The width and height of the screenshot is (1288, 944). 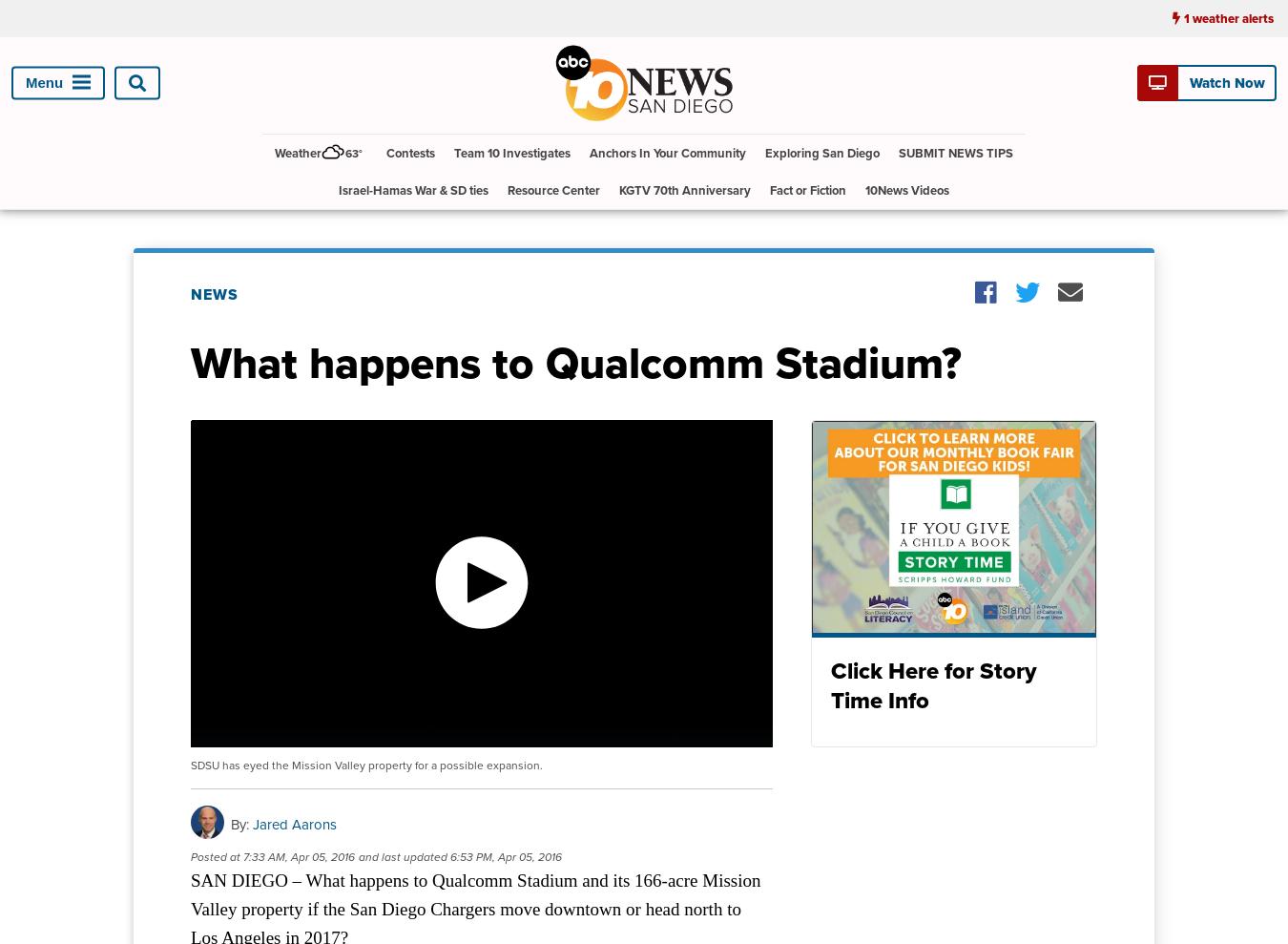 I want to click on 'and last updated', so click(x=403, y=856).